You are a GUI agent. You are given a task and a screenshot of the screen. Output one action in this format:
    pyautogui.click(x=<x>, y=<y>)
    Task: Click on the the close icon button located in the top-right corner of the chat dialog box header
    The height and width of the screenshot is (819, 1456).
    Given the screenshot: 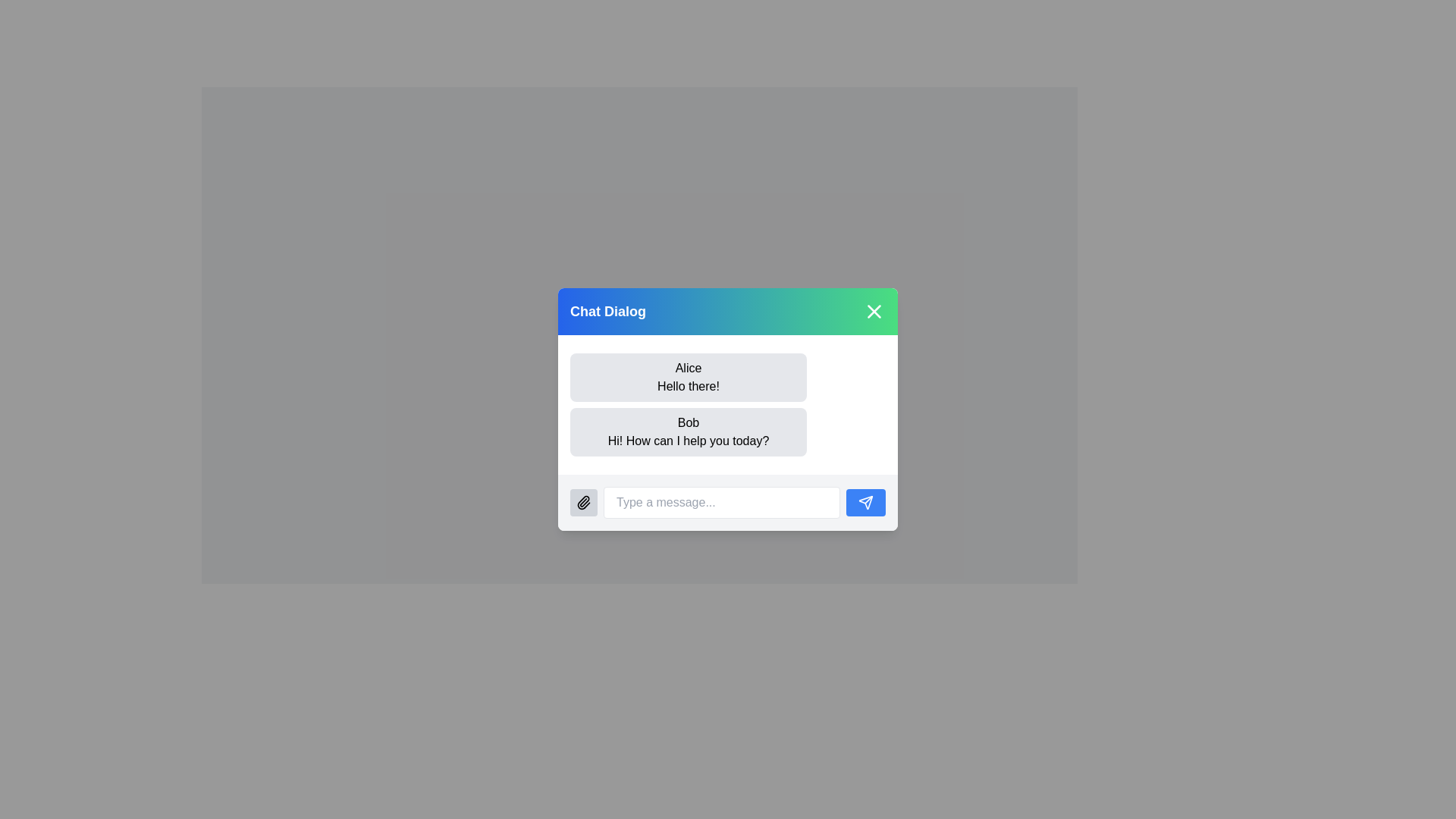 What is the action you would take?
    pyautogui.click(x=874, y=311)
    